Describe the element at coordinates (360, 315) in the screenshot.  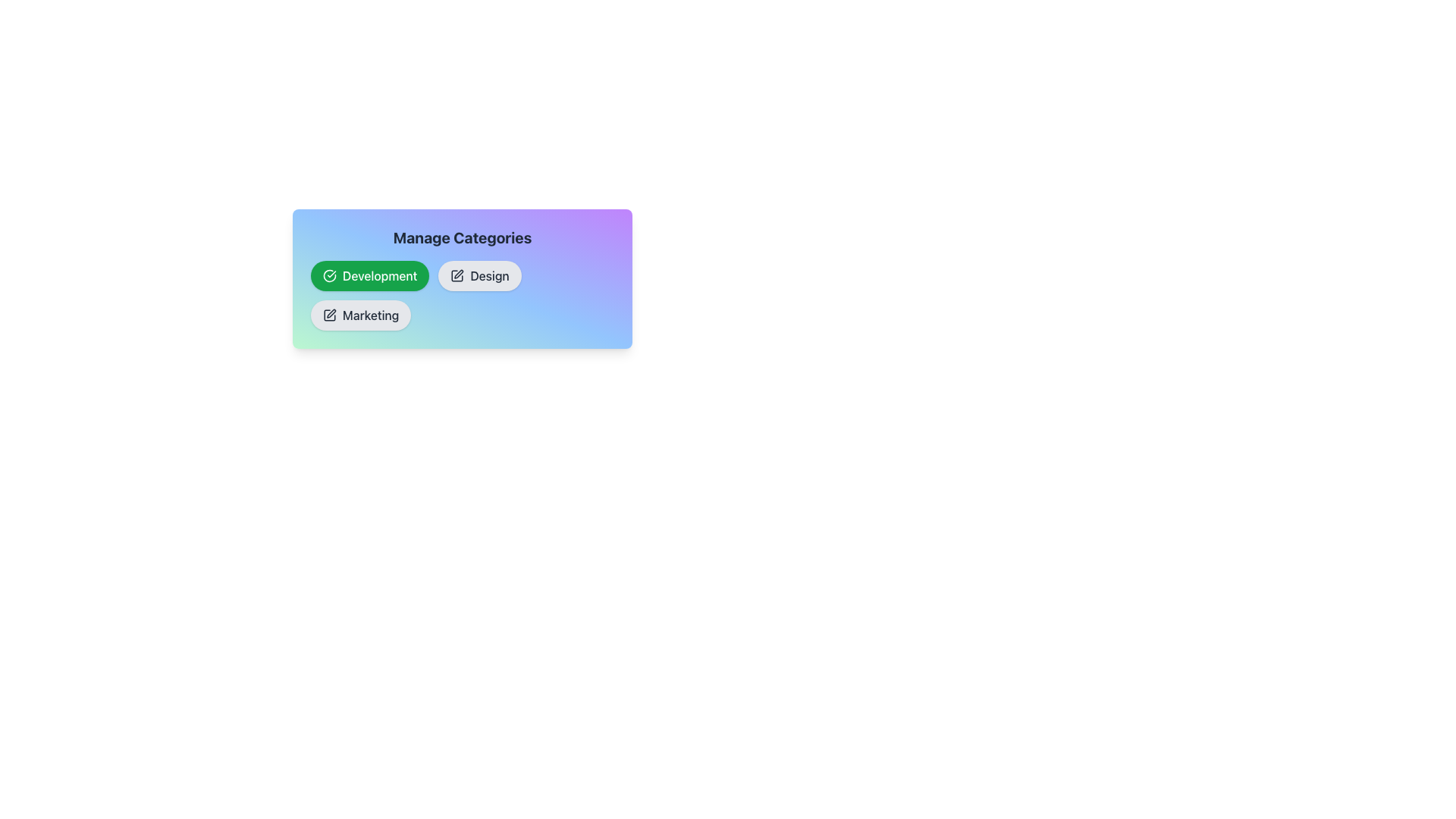
I see `the 'Marketing' button, which has a light gray background and dark gray text, located below the 'Development' and 'Design' buttons` at that location.